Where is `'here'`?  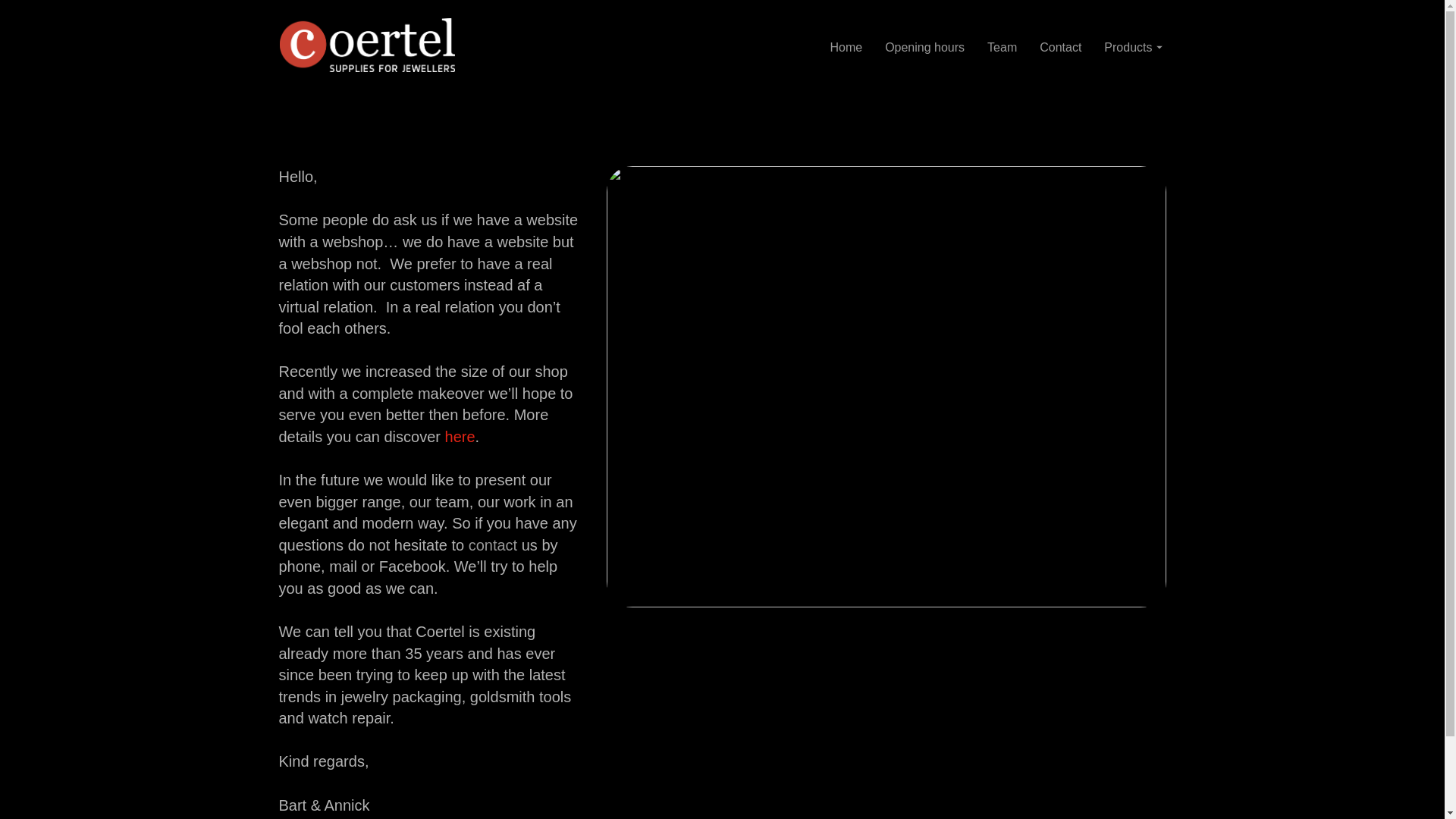
'here' is located at coordinates (459, 436).